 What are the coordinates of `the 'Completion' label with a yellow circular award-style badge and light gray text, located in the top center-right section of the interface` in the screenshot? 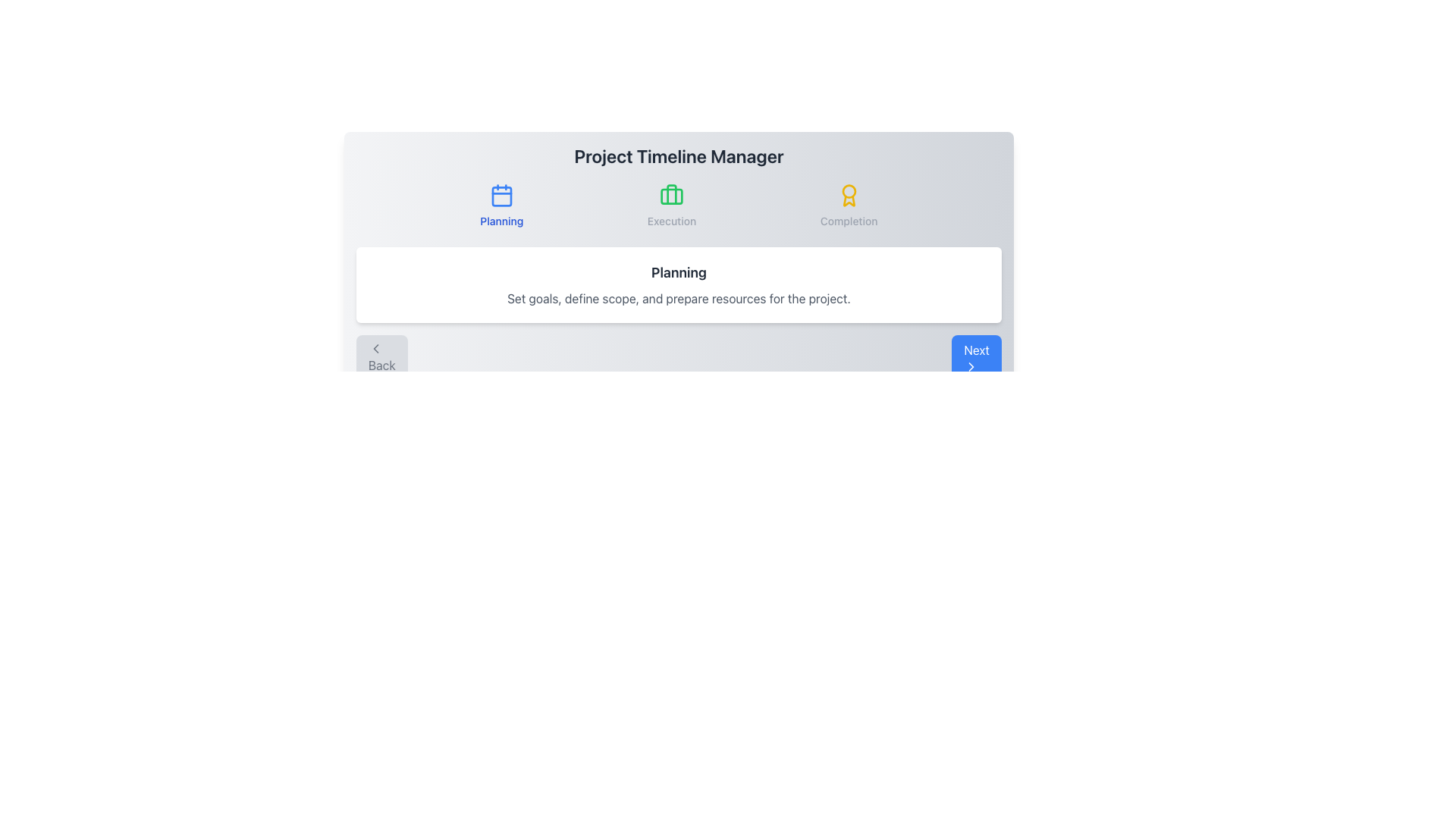 It's located at (848, 206).